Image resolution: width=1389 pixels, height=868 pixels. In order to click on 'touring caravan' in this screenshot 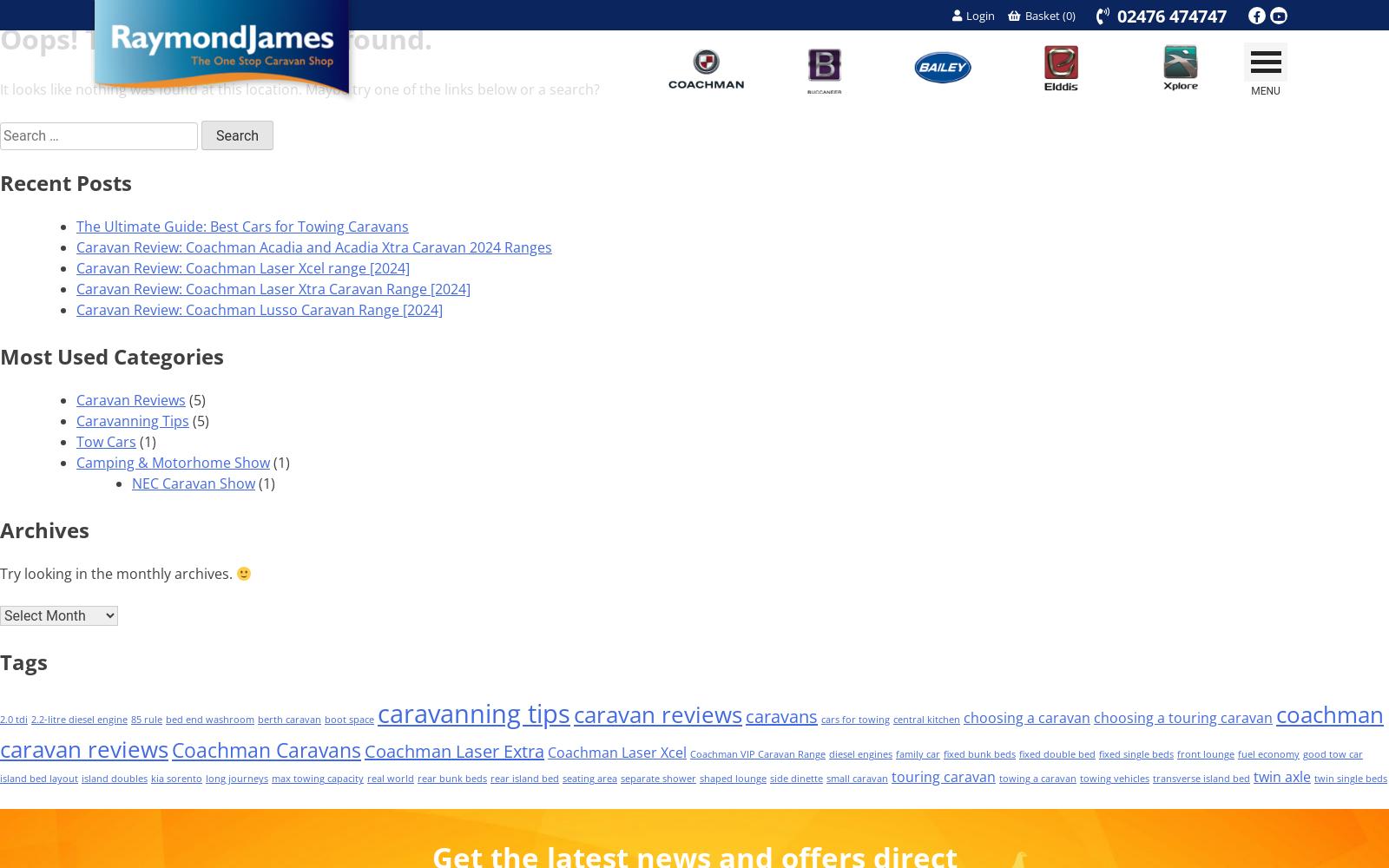, I will do `click(944, 777)`.